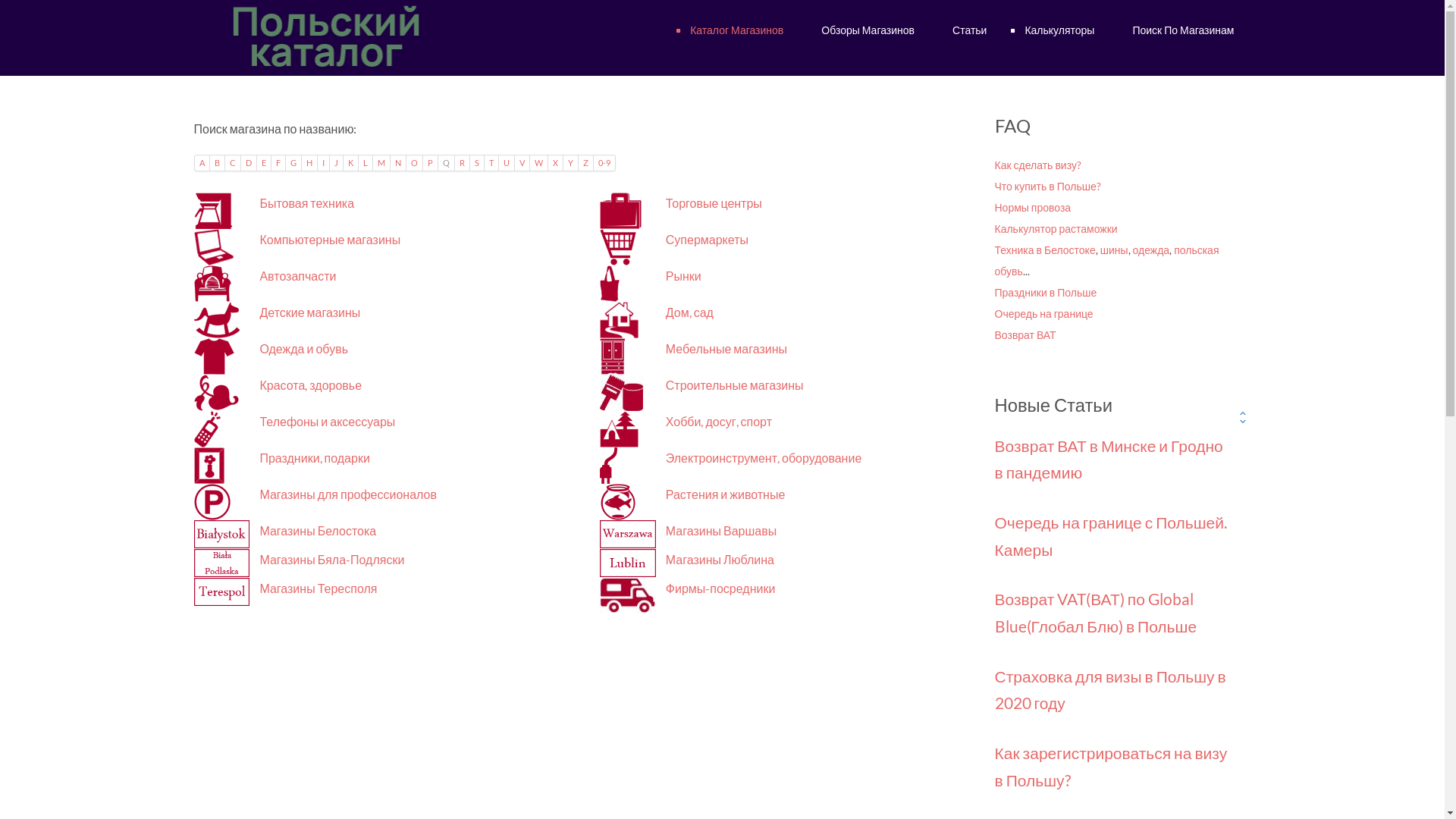 Image resolution: width=1456 pixels, height=819 pixels. I want to click on 'K', so click(349, 163).